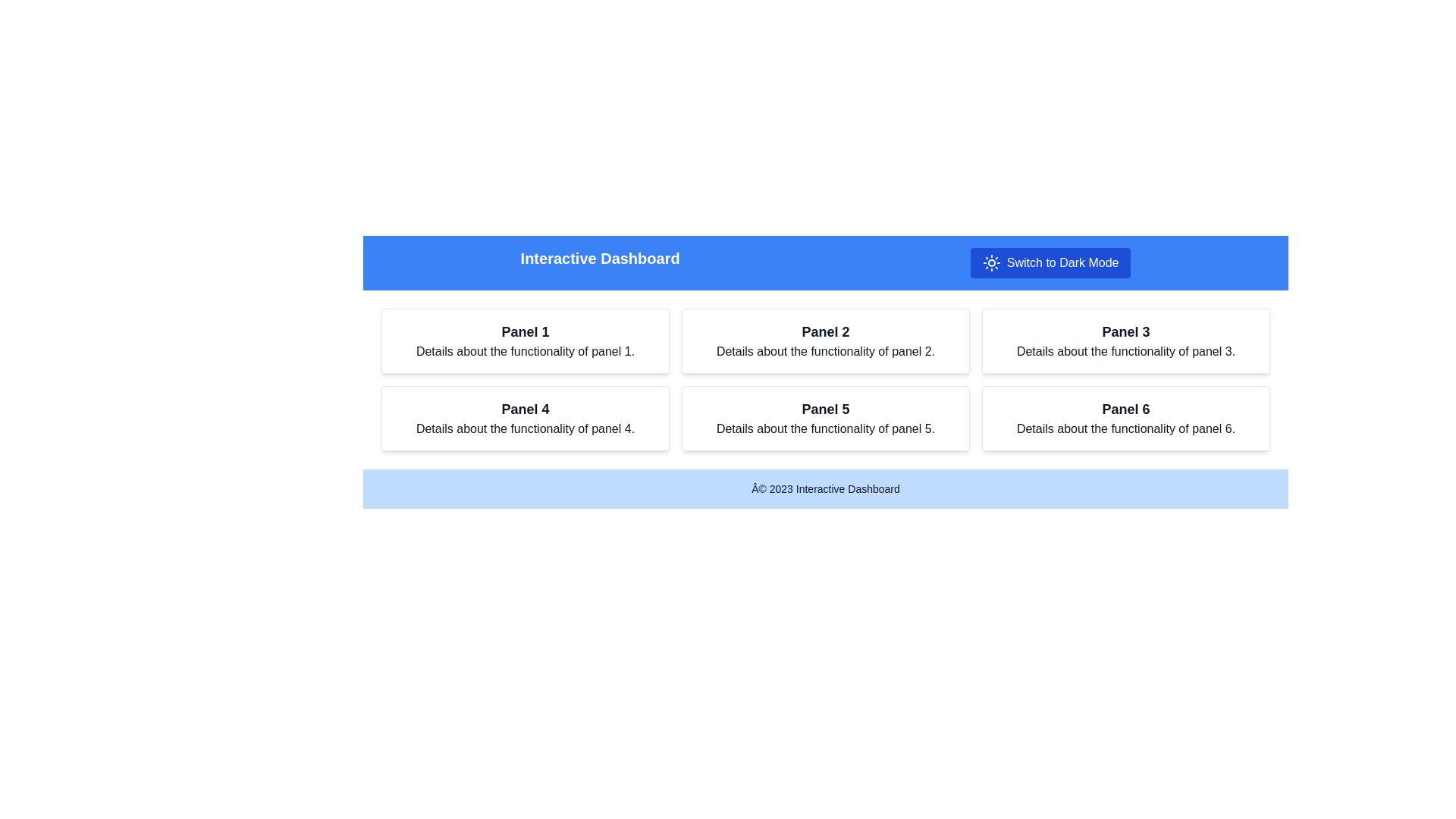  What do you see at coordinates (825, 351) in the screenshot?
I see `text block displaying 'Details about the functionality of panel 2.' located under the heading 'Panel 2' in the rounded rectangle associated with Panel 2` at bounding box center [825, 351].